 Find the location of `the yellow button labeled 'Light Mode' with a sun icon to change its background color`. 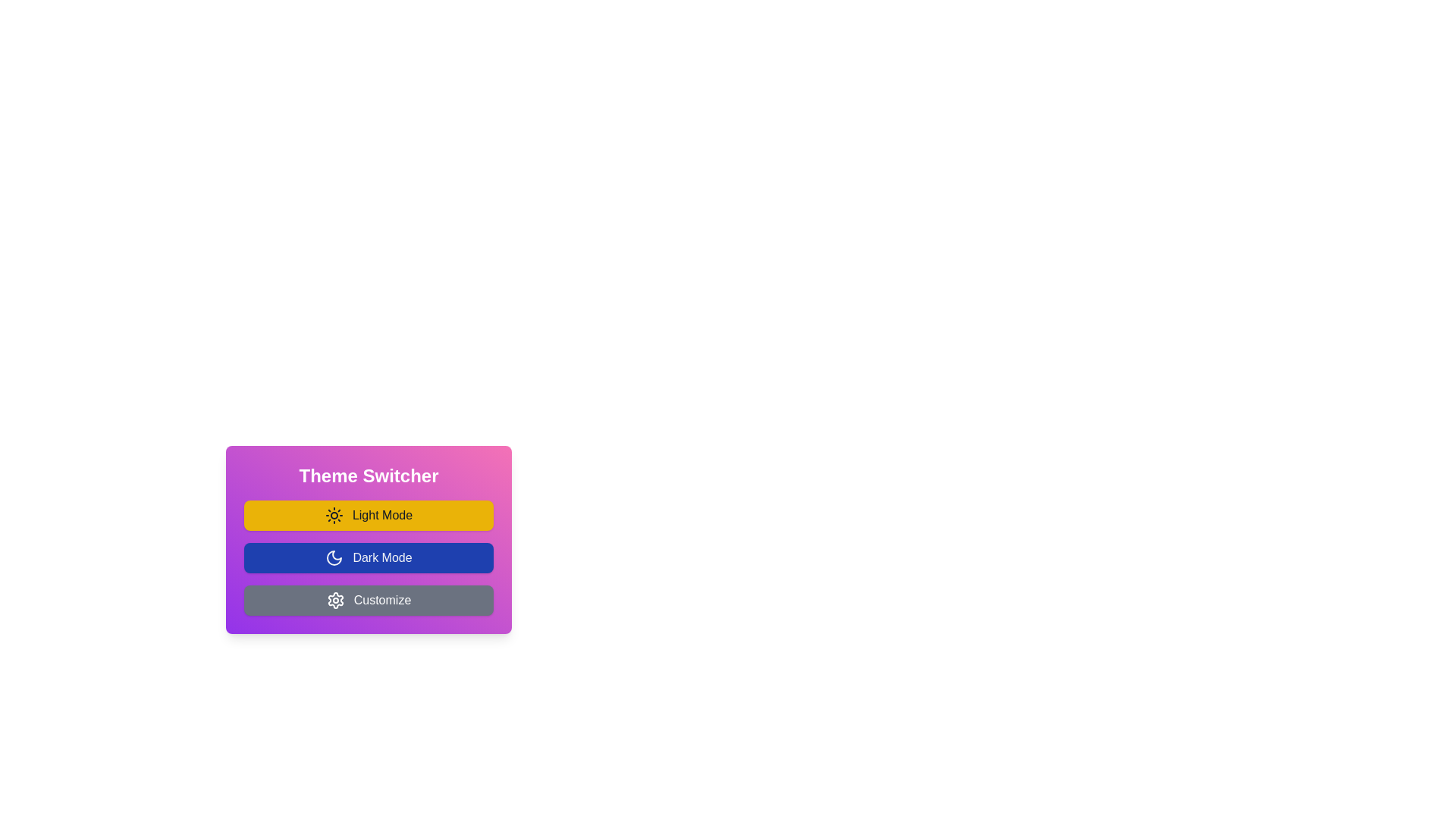

the yellow button labeled 'Light Mode' with a sun icon to change its background color is located at coordinates (369, 514).